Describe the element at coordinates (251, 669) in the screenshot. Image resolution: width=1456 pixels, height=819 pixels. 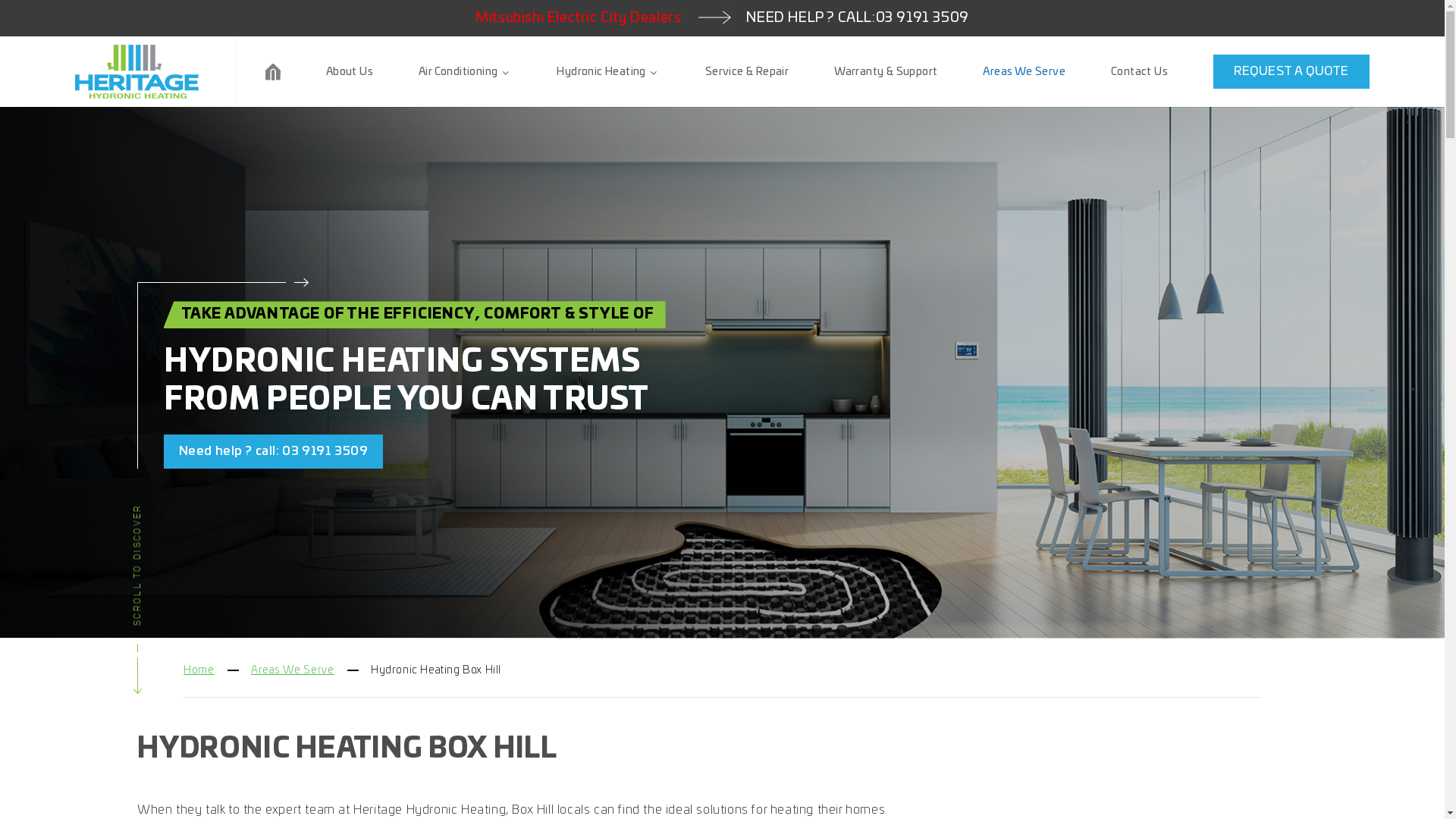
I see `'Areas We Serve'` at that location.